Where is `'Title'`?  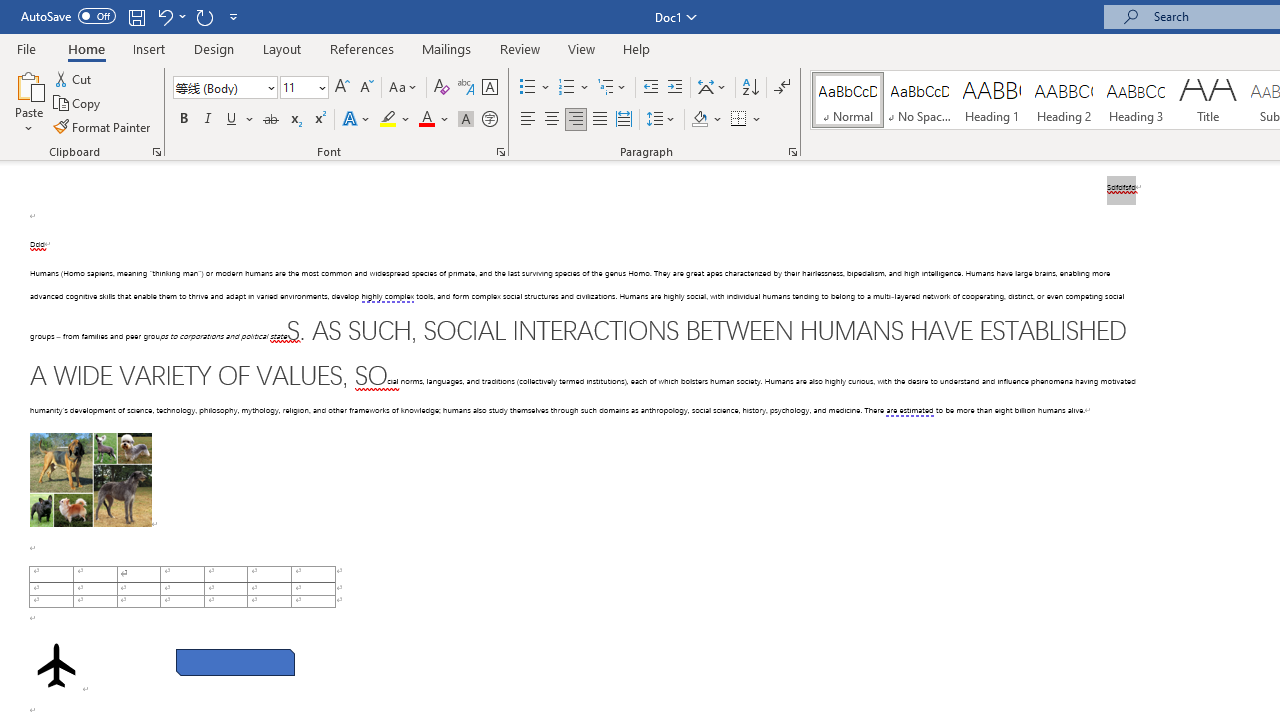 'Title' is located at coordinates (1207, 100).